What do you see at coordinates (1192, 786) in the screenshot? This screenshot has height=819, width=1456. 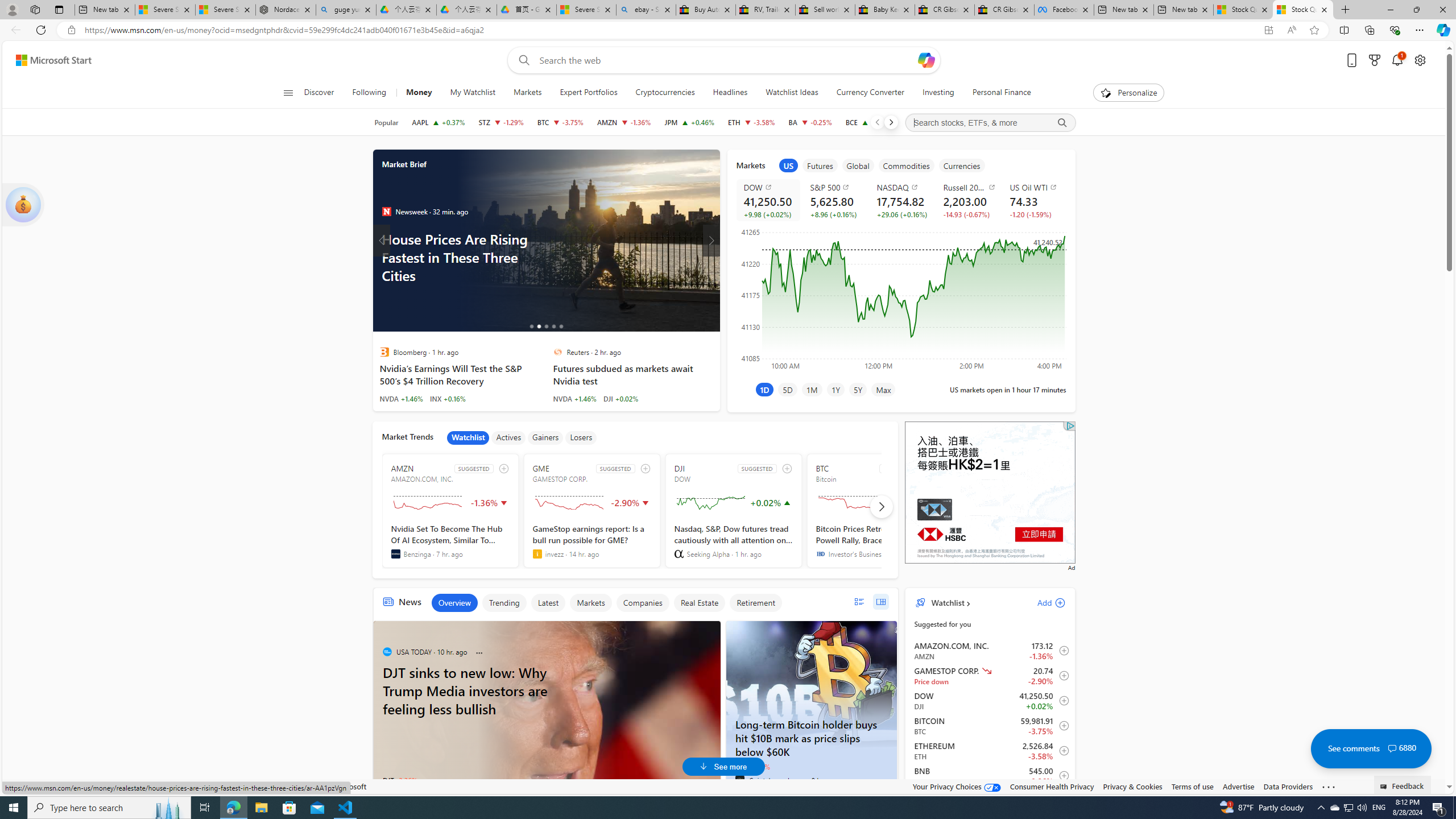 I see `'Terms of use'` at bounding box center [1192, 786].